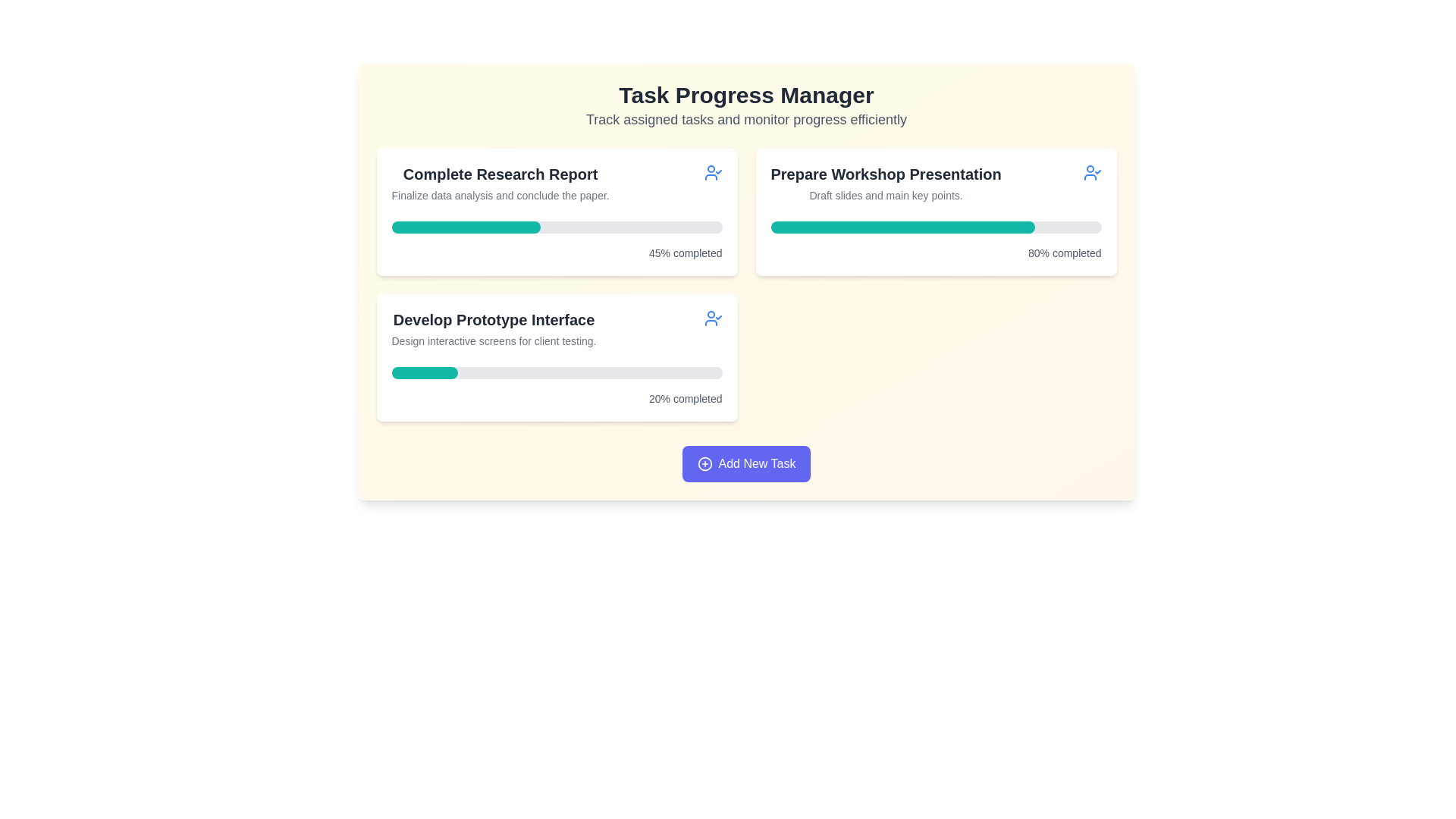  What do you see at coordinates (712, 171) in the screenshot?
I see `the icon located at the top-right corner of the 'Complete Research Report' card, which serves as an indicator for task assignment or completion` at bounding box center [712, 171].